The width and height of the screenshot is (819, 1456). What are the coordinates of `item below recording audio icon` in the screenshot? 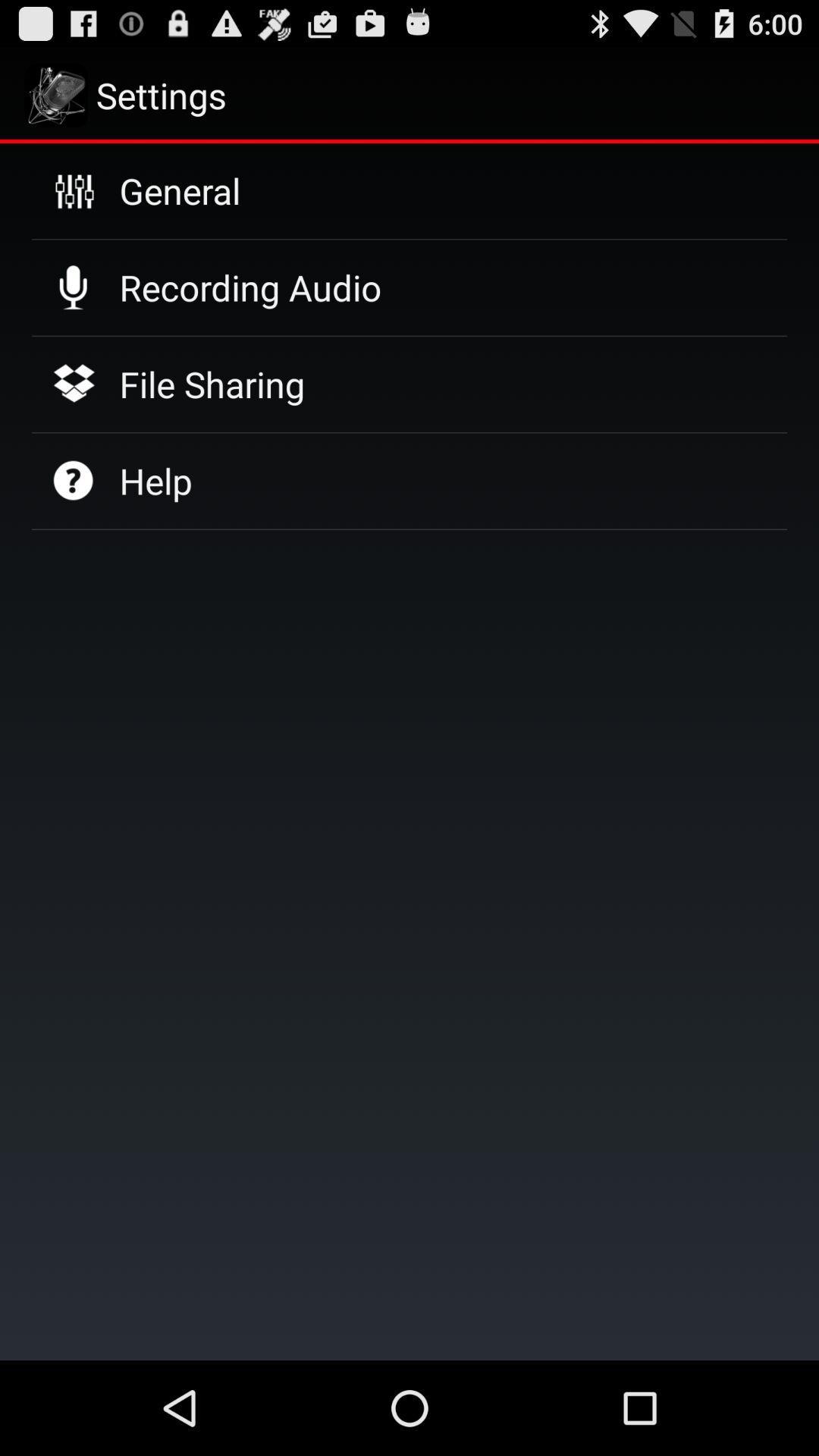 It's located at (212, 384).